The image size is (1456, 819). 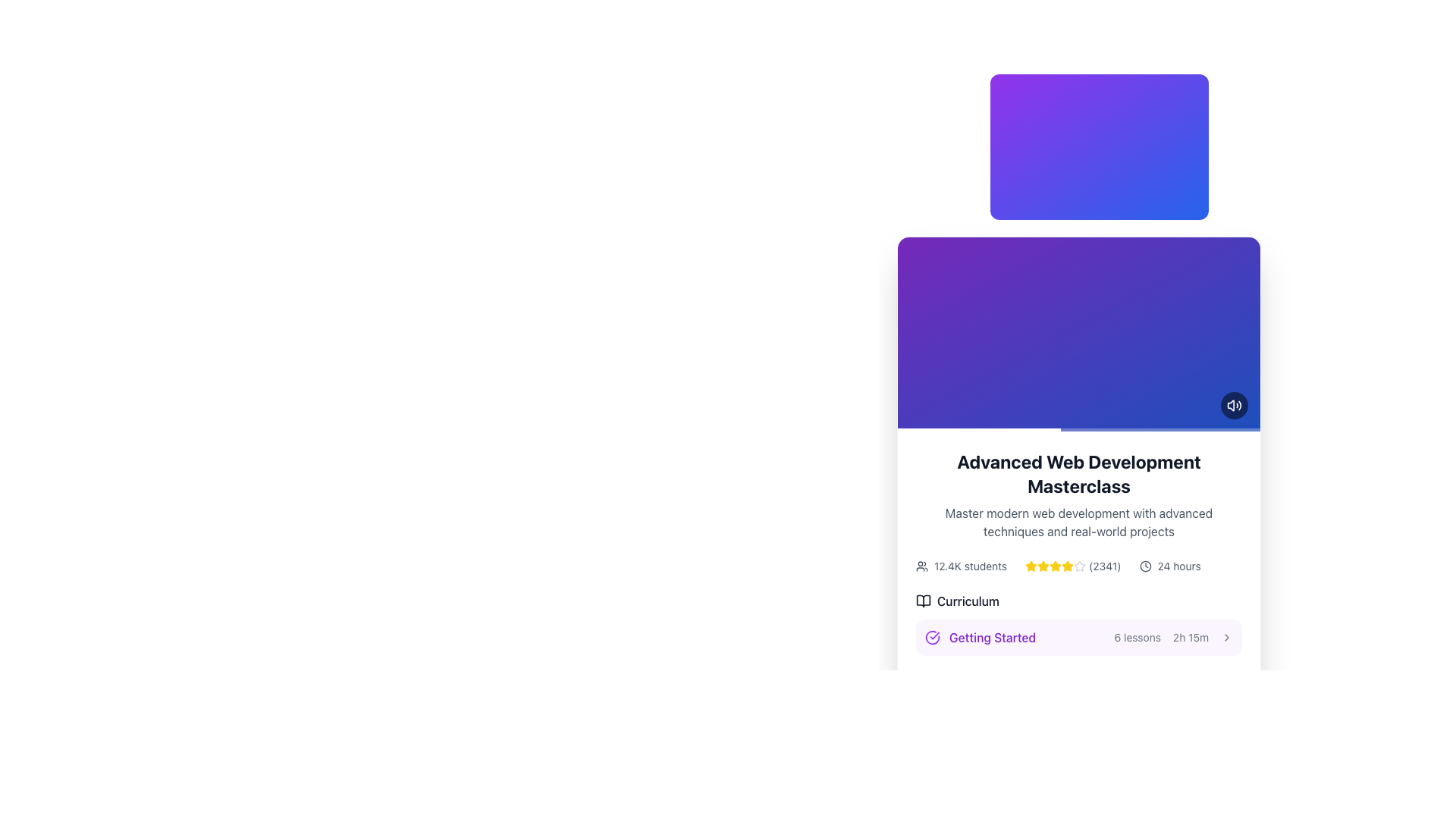 I want to click on the clickable list item or link for the 'Getting Started' section located below the 'Curriculum' title, so click(x=1078, y=679).